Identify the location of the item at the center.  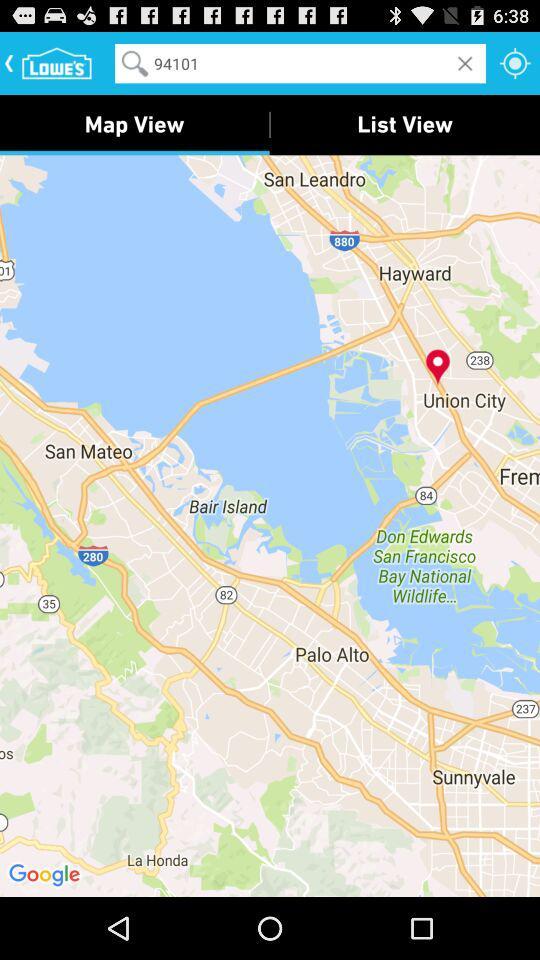
(270, 524).